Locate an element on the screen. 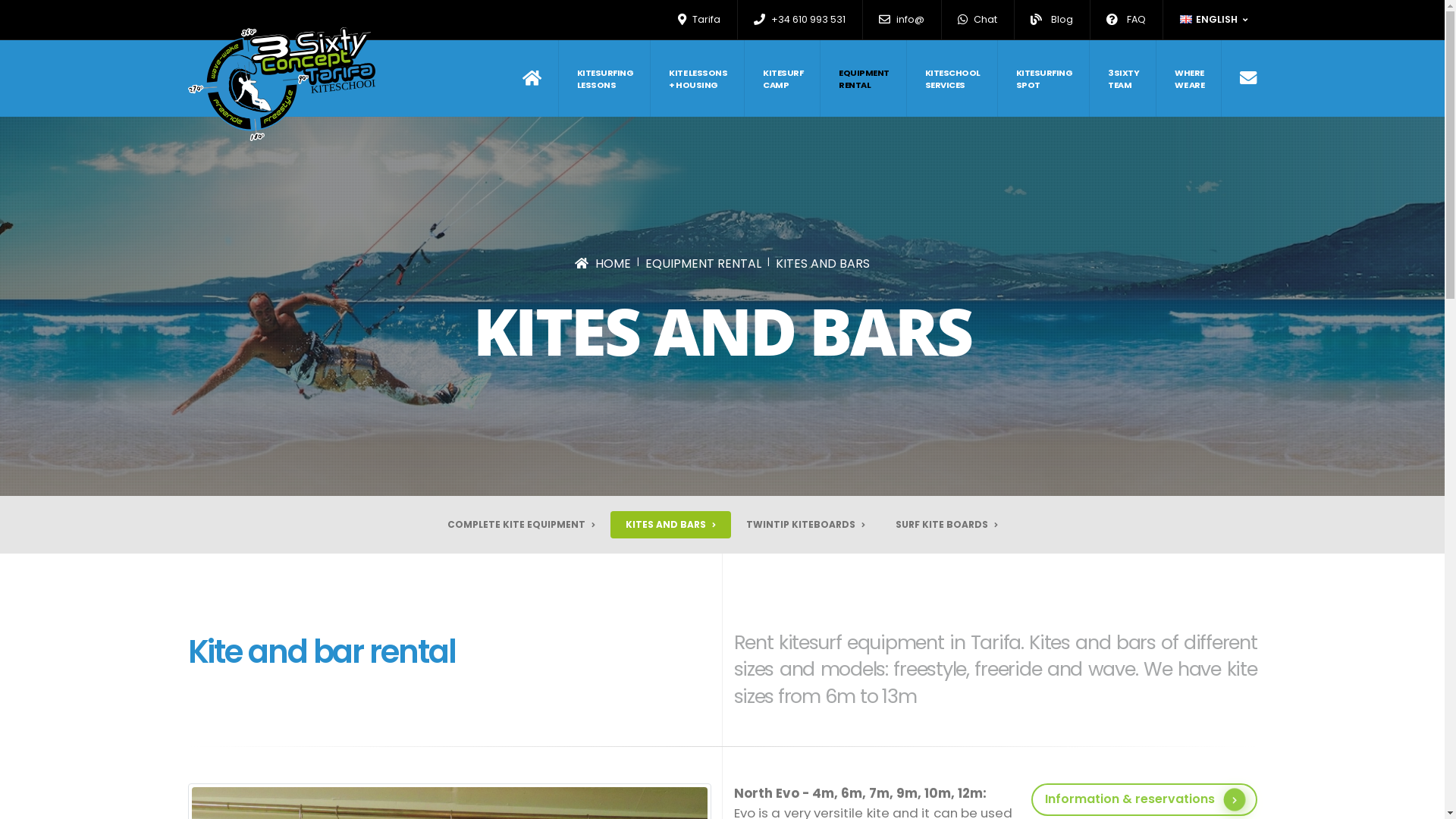 The image size is (1456, 819). 'info@' is located at coordinates (902, 20).